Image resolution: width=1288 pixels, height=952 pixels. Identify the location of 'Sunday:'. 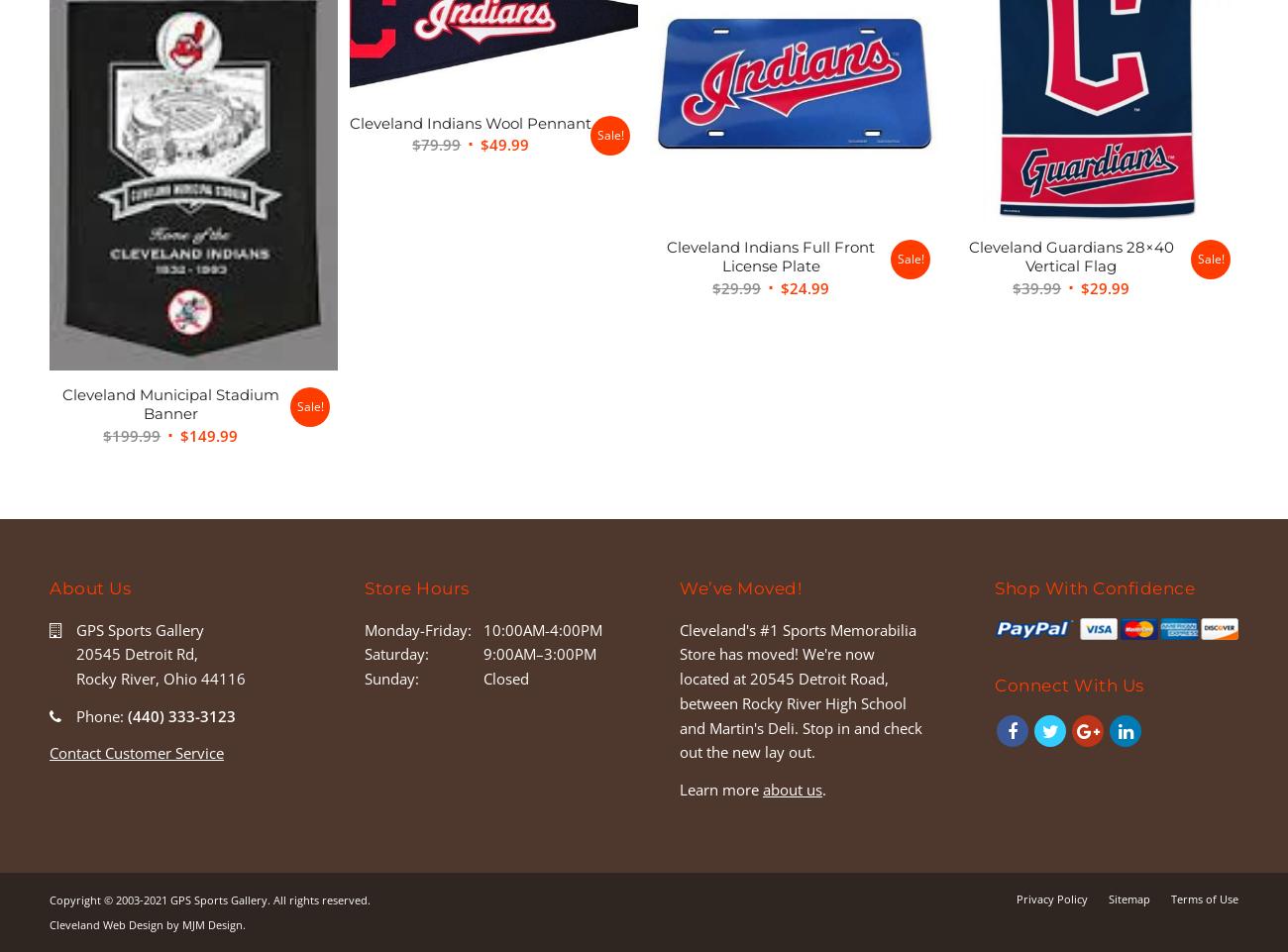
(391, 678).